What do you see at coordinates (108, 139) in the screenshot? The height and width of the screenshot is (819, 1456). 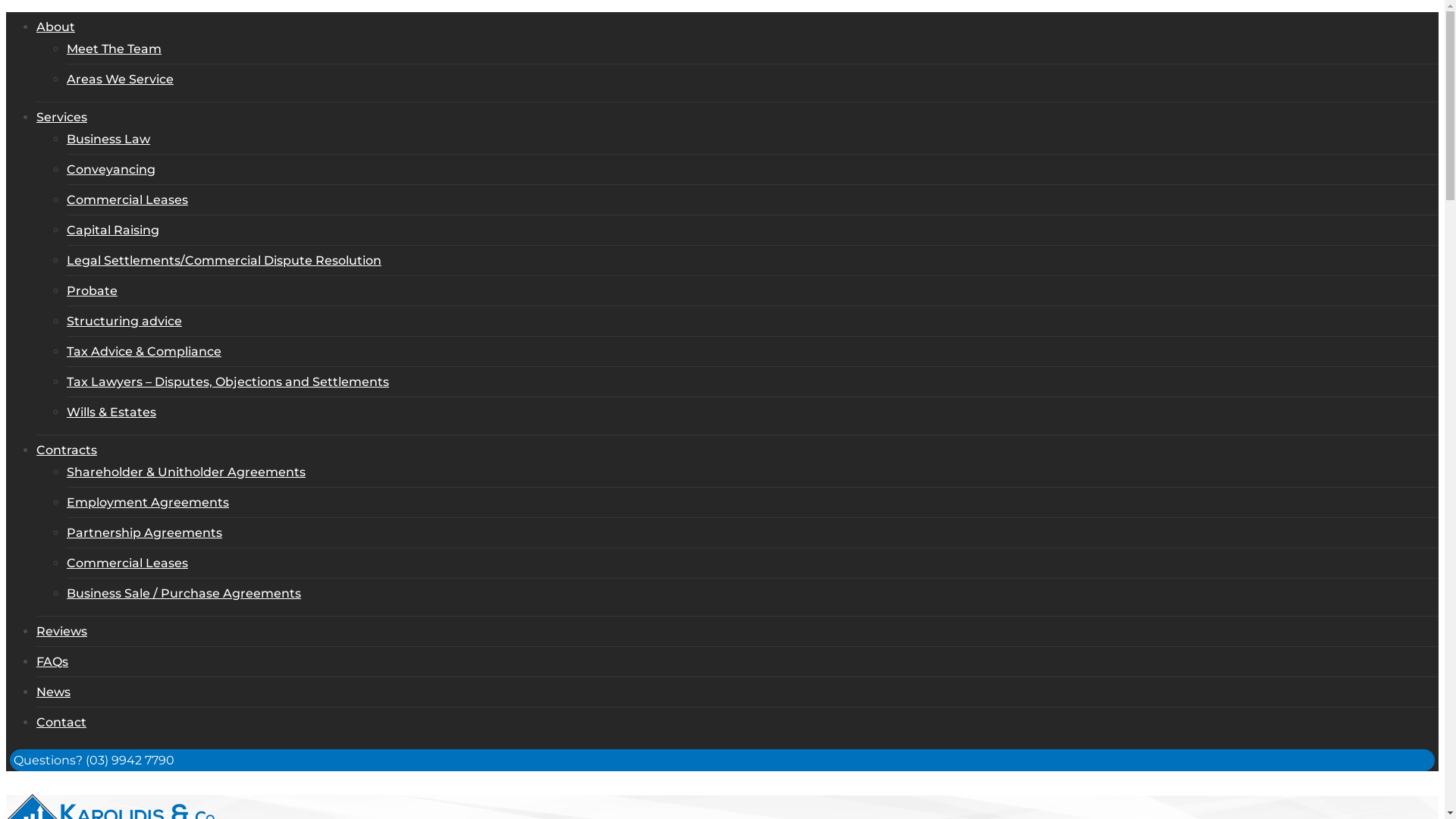 I see `'Business Law'` at bounding box center [108, 139].